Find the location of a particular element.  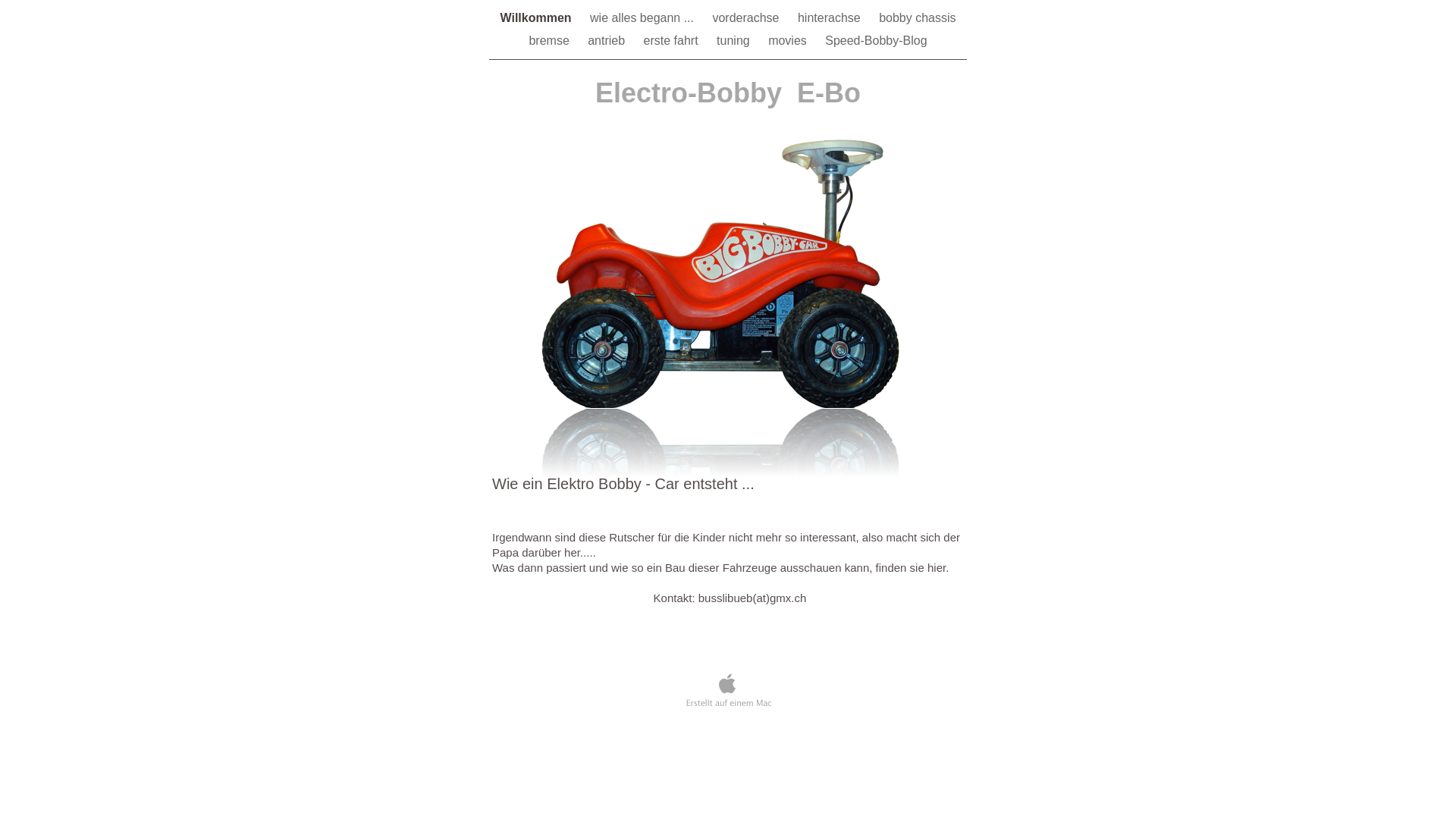

'tuning' is located at coordinates (716, 39).